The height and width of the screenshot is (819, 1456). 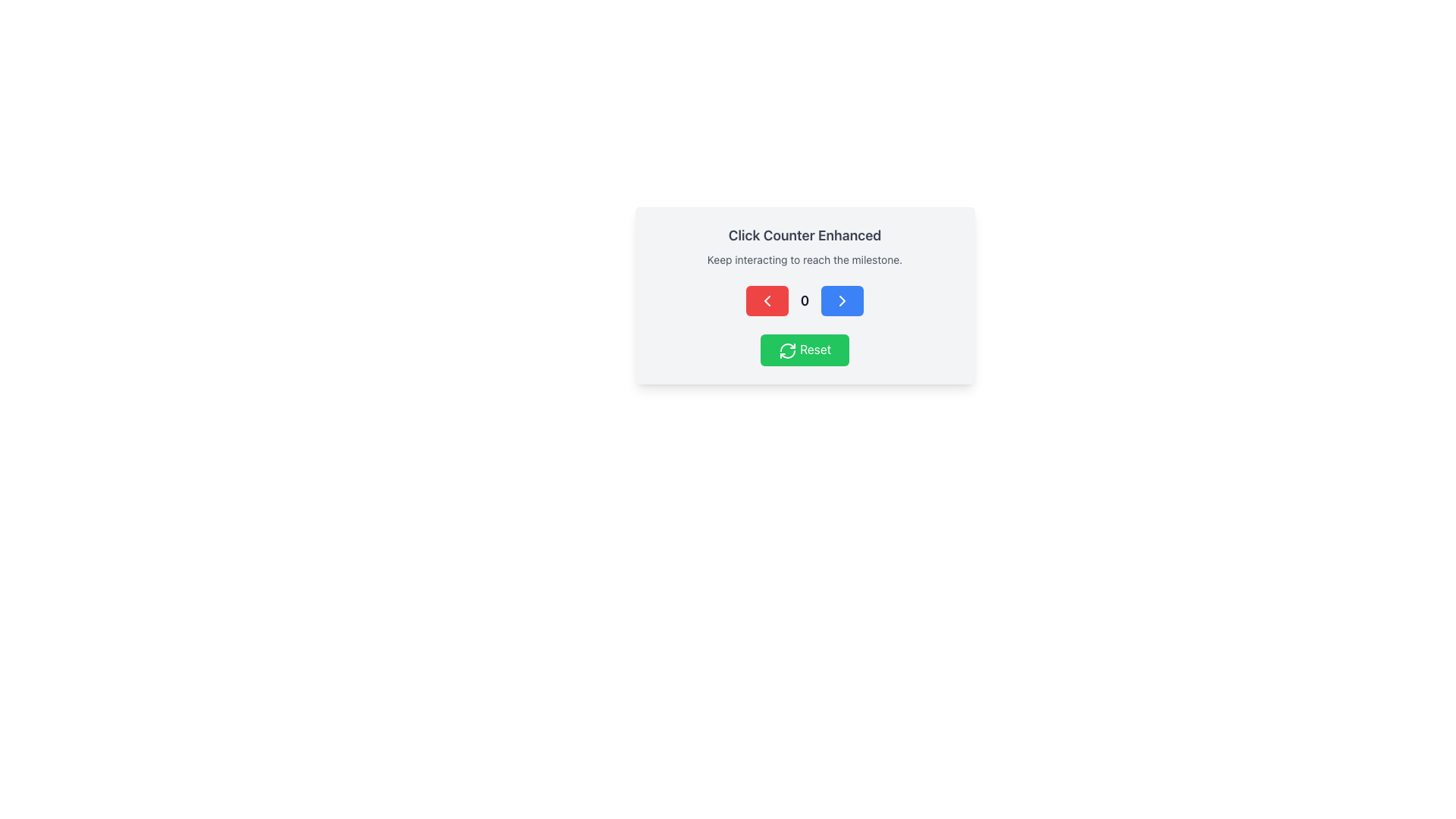 What do you see at coordinates (804, 295) in the screenshot?
I see `the buttons of the Interactive counter component` at bounding box center [804, 295].